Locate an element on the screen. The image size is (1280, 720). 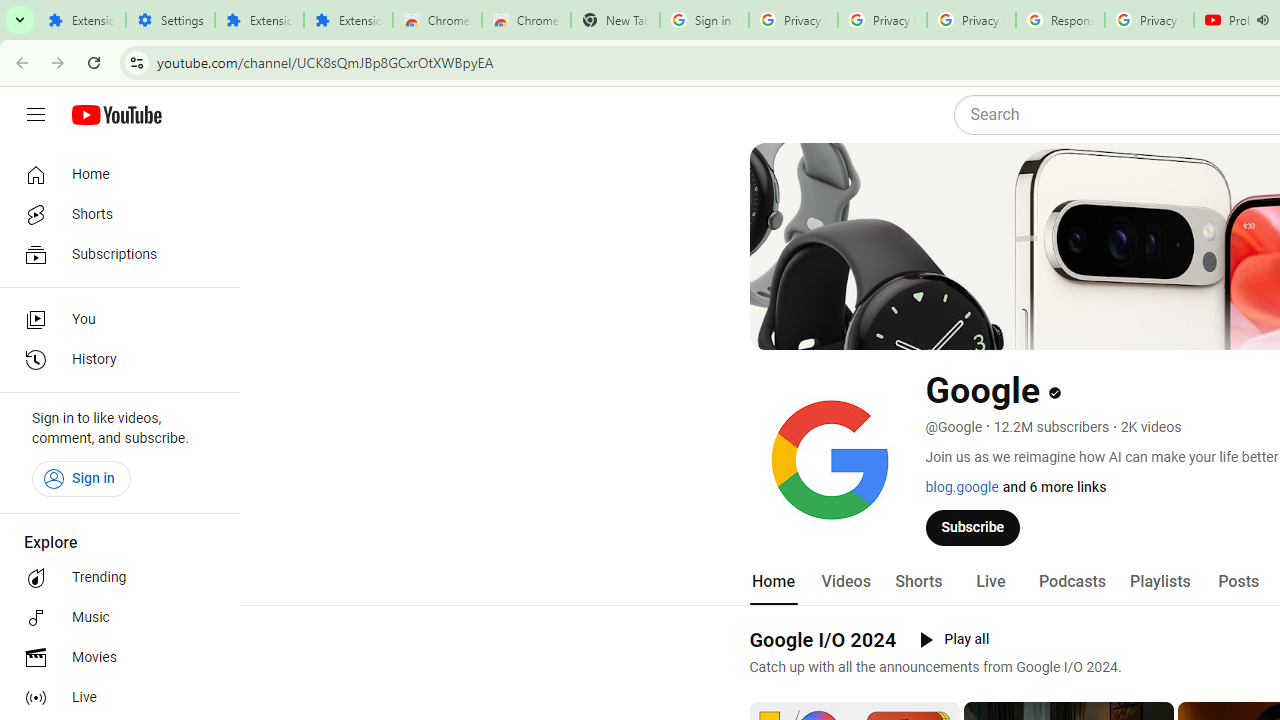
'Chrome Web Store' is located at coordinates (436, 20).